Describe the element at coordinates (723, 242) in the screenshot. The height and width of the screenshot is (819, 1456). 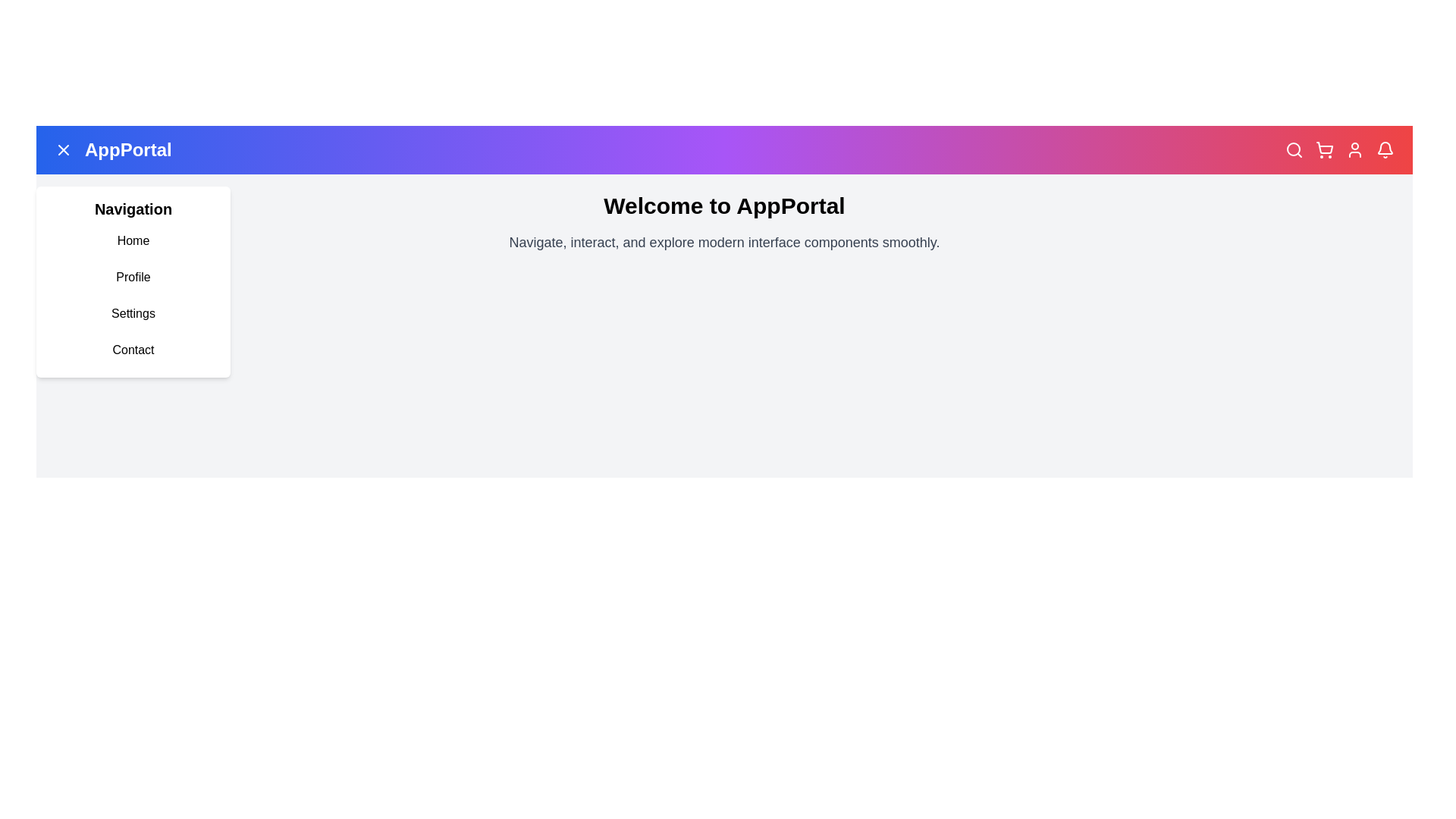
I see `text label located directly below the bold heading 'Welcome to AppPortal', which provides a concise description of the application's functionality` at that location.